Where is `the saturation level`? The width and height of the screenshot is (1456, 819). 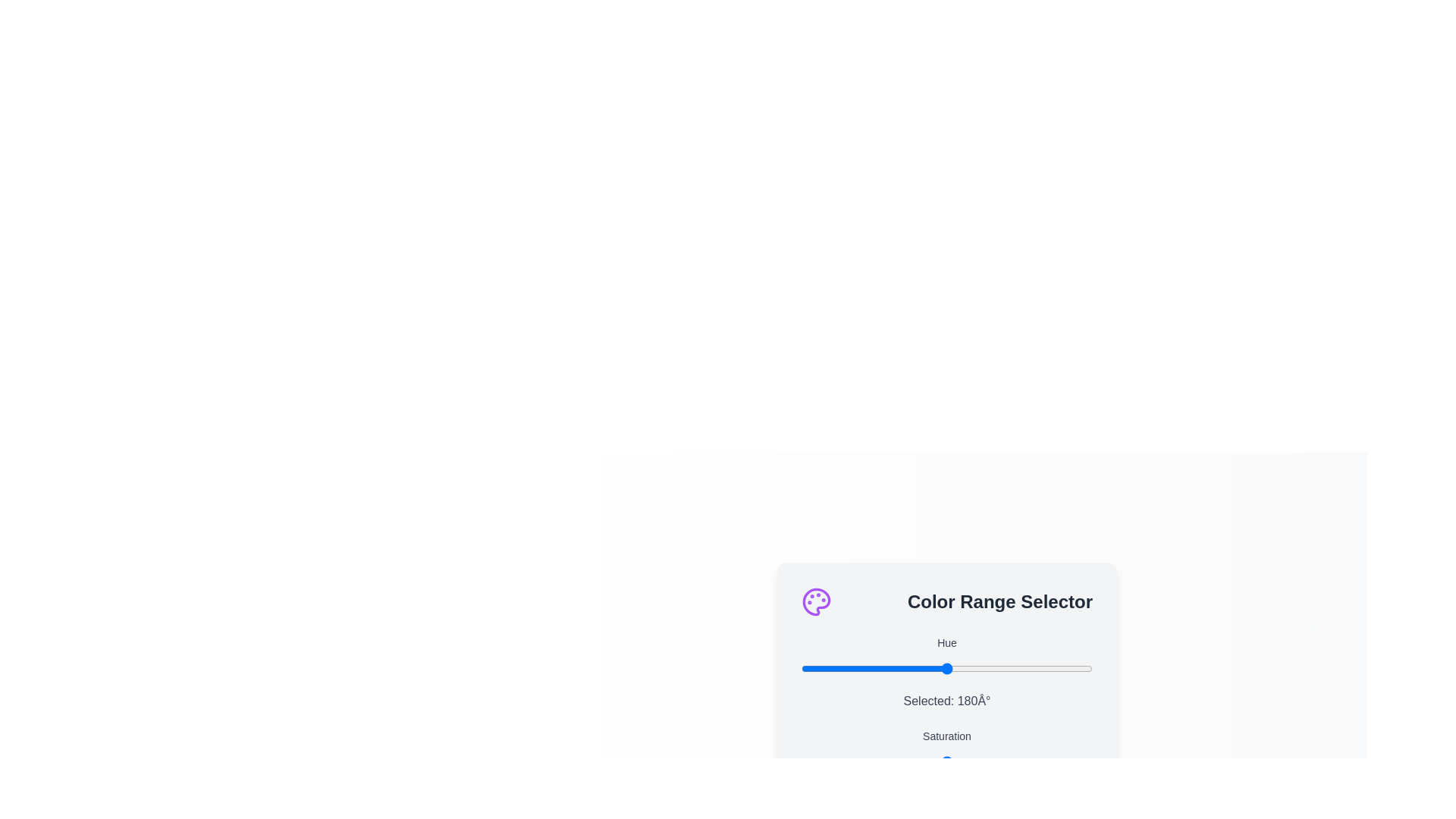
the saturation level is located at coordinates (886, 761).